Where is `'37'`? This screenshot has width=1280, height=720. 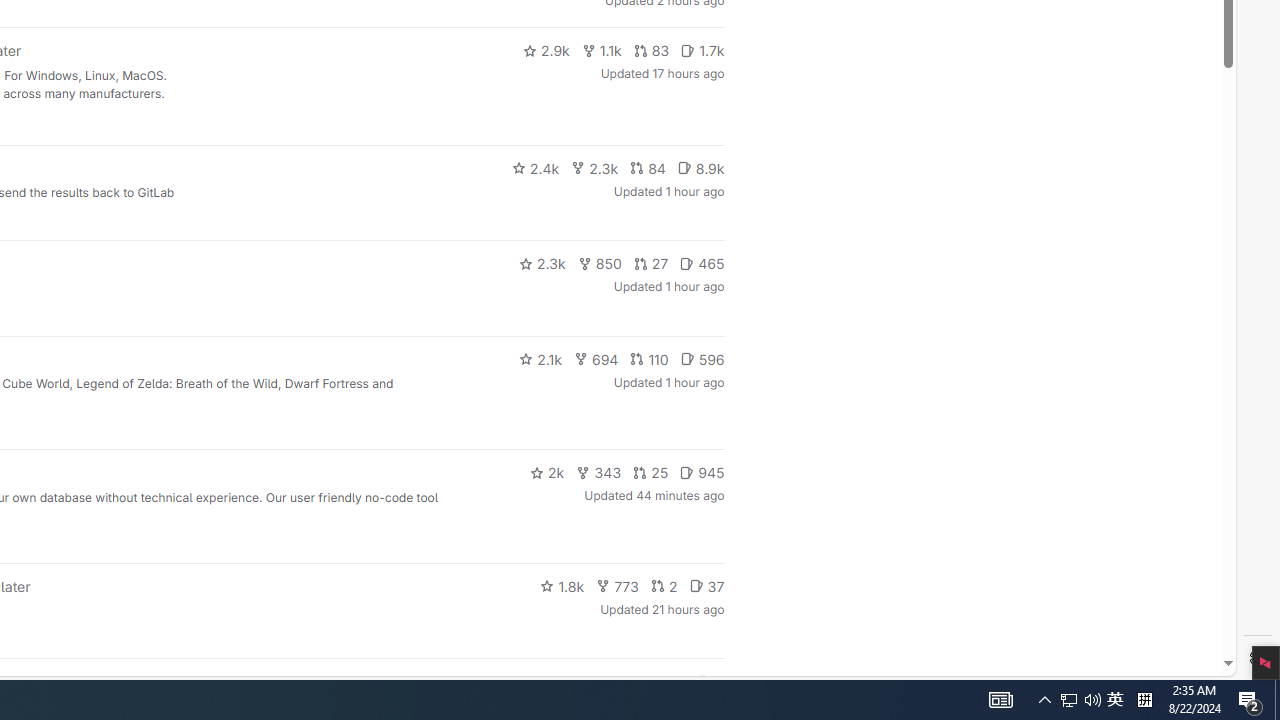 '37' is located at coordinates (706, 585).